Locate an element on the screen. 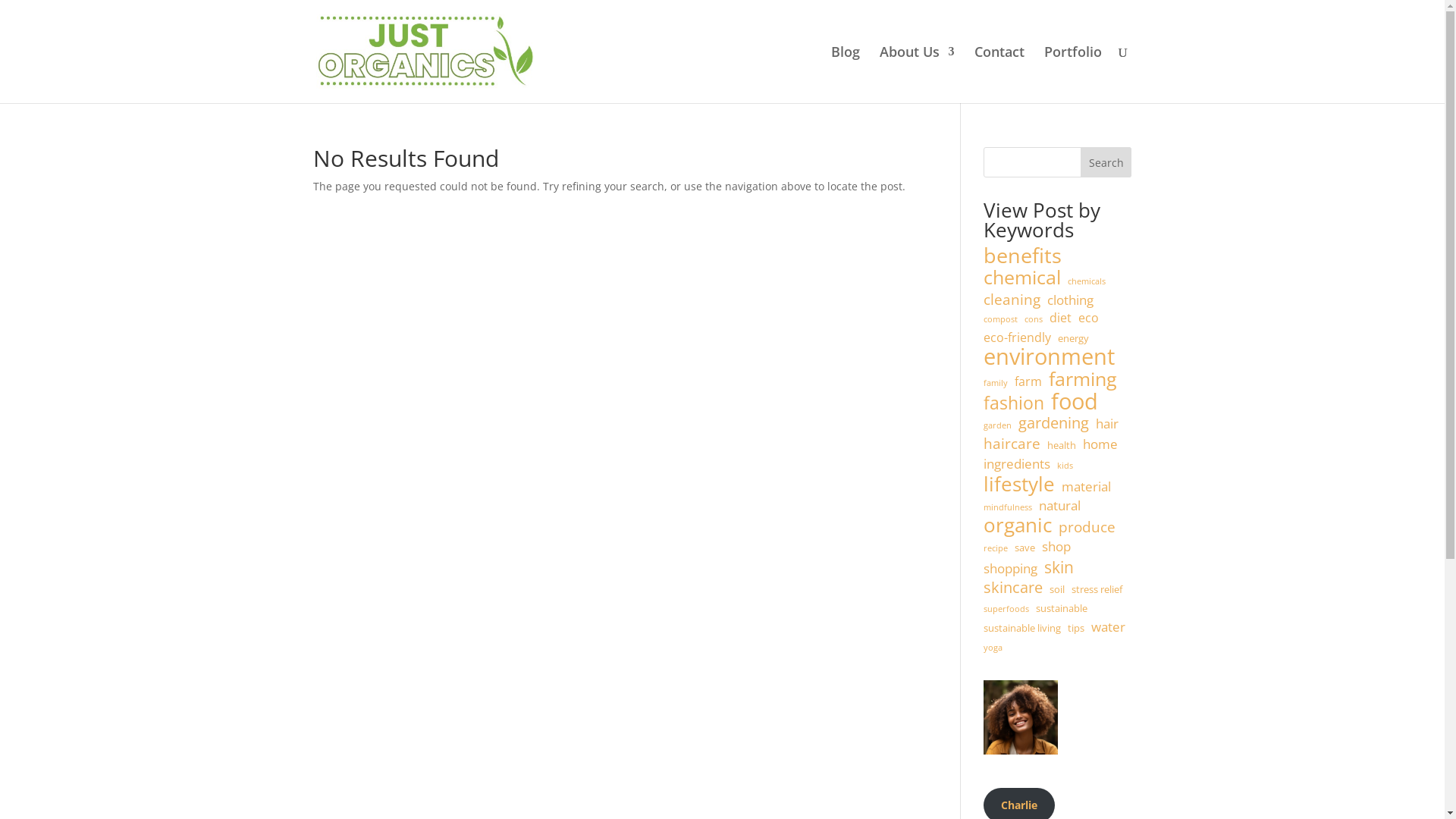  'About Us' is located at coordinates (880, 74).